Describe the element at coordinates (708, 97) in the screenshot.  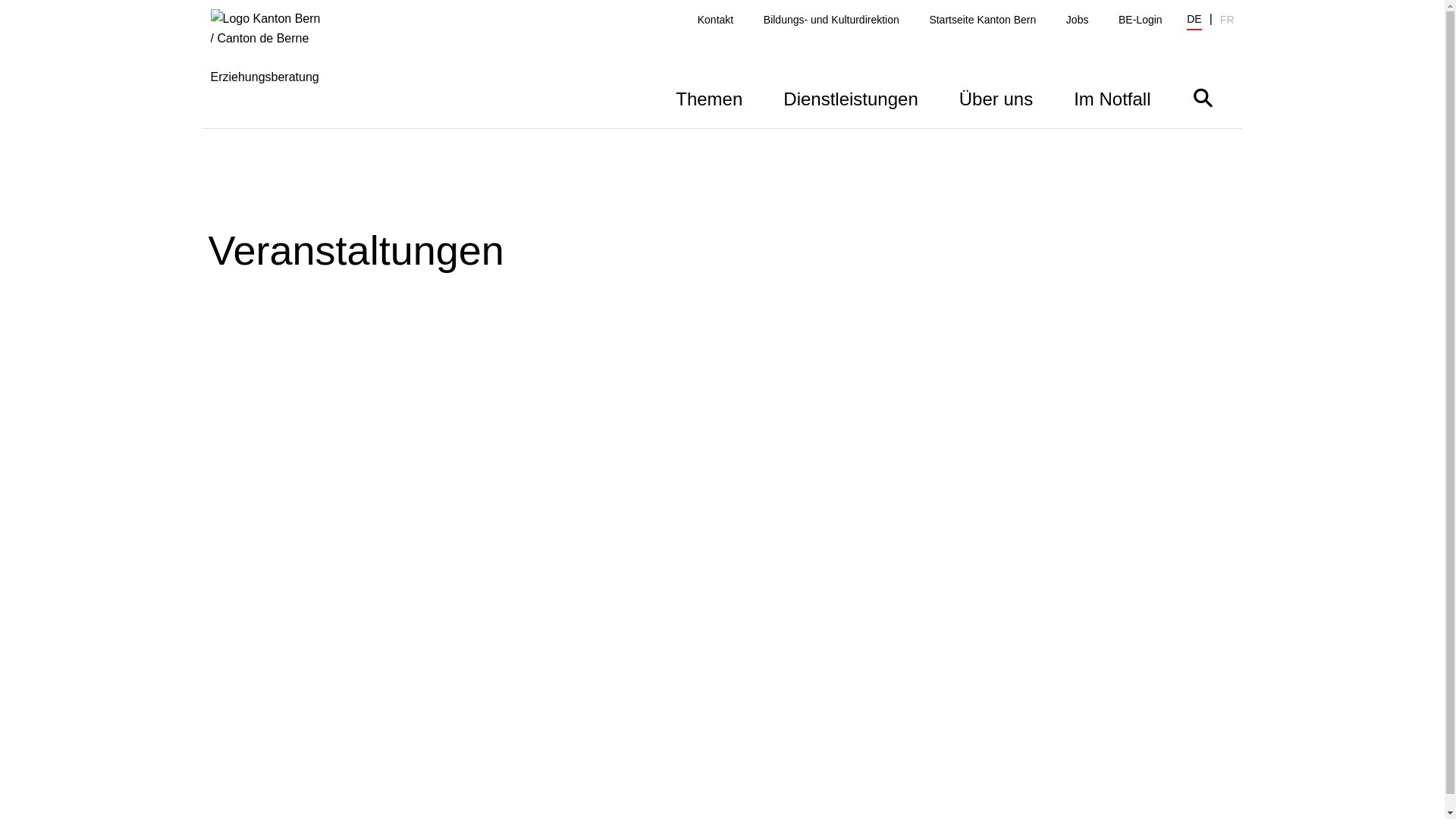
I see `'Themen'` at that location.